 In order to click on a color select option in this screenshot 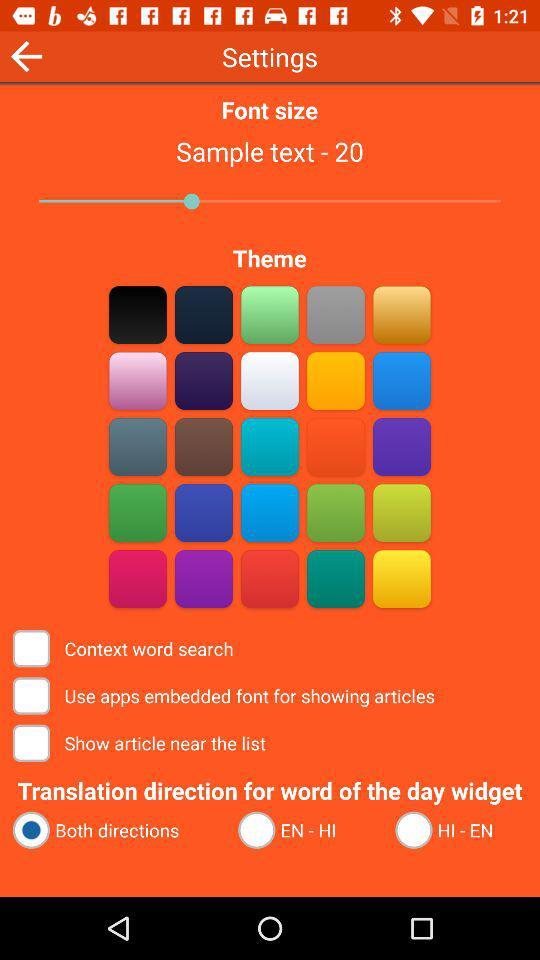, I will do `click(270, 446)`.